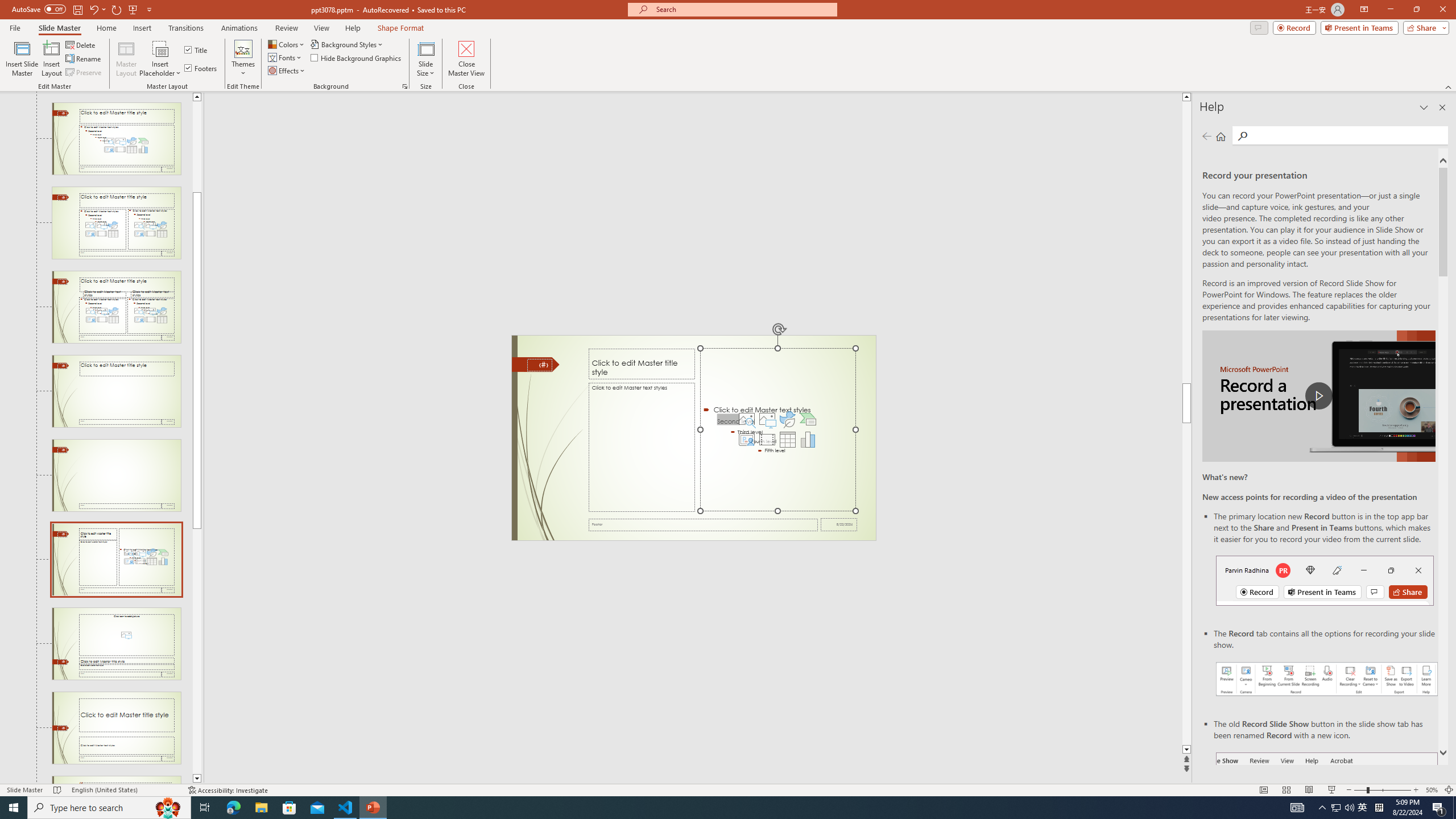  I want to click on 'Zoom Out', so click(1360, 790).